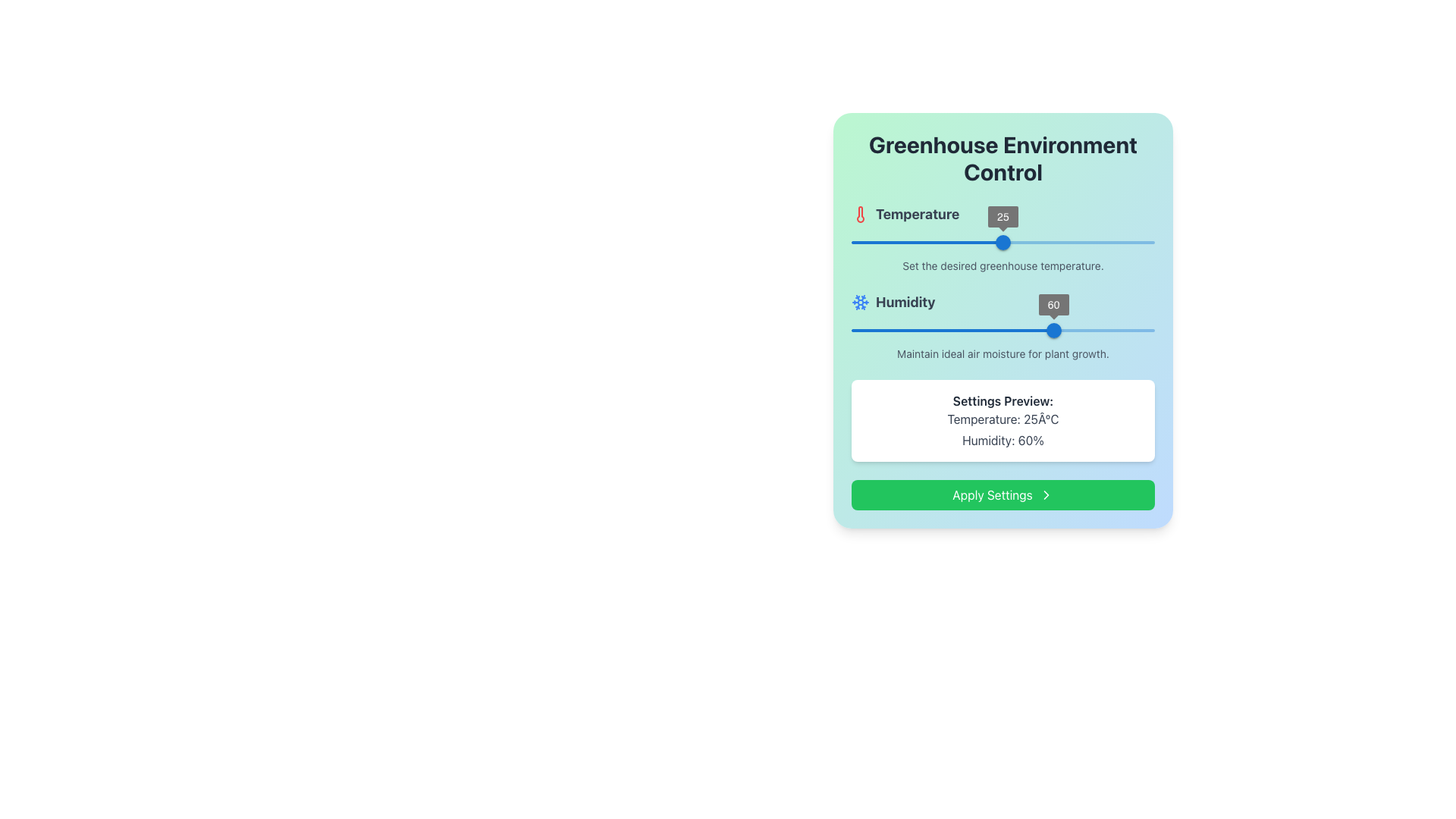 The image size is (1456, 819). What do you see at coordinates (916, 242) in the screenshot?
I see `temperature` at bounding box center [916, 242].